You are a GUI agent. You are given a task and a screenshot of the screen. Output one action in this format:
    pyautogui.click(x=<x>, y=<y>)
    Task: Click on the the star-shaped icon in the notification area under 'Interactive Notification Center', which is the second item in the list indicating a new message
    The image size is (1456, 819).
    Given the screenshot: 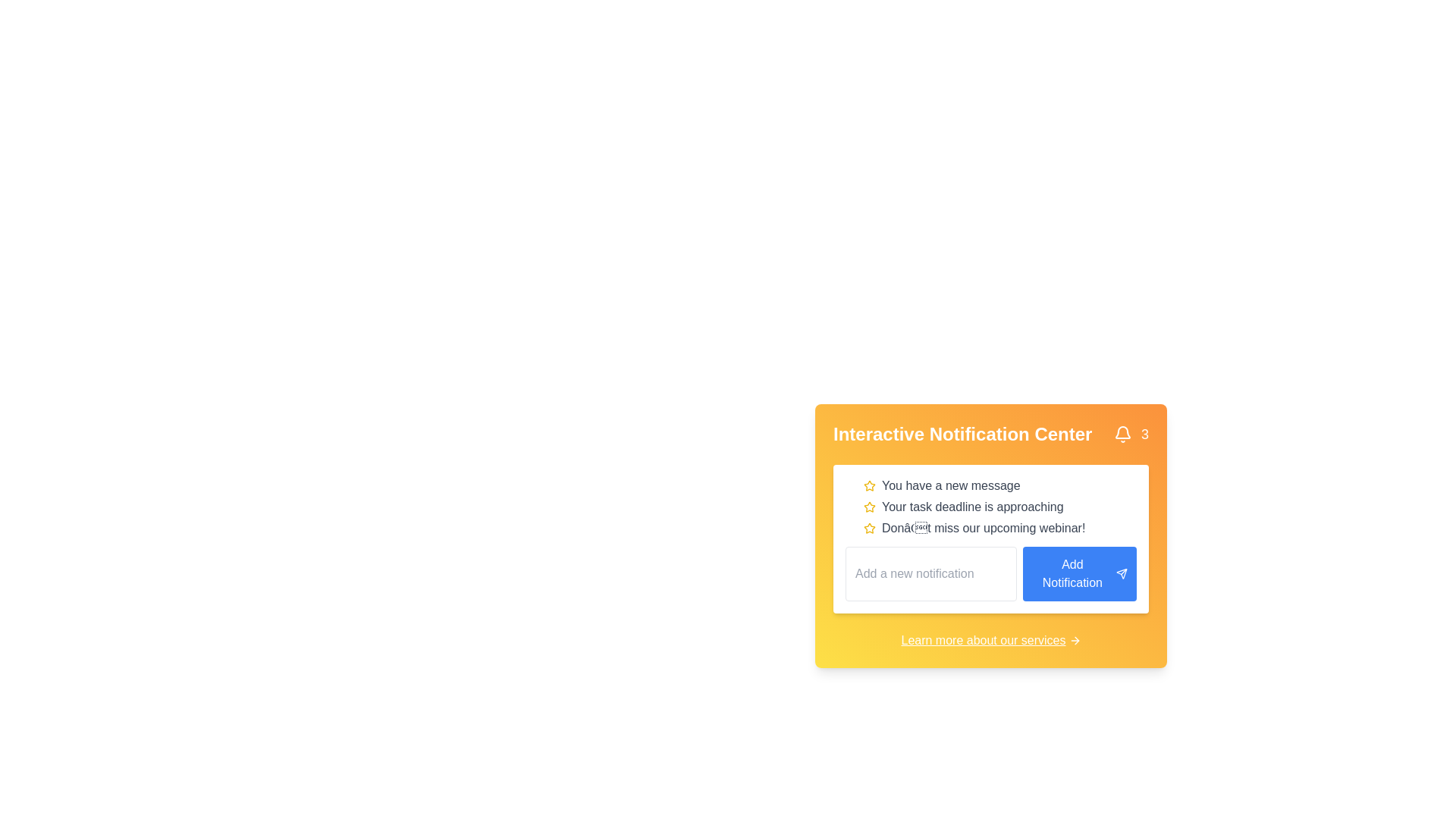 What is the action you would take?
    pyautogui.click(x=870, y=485)
    